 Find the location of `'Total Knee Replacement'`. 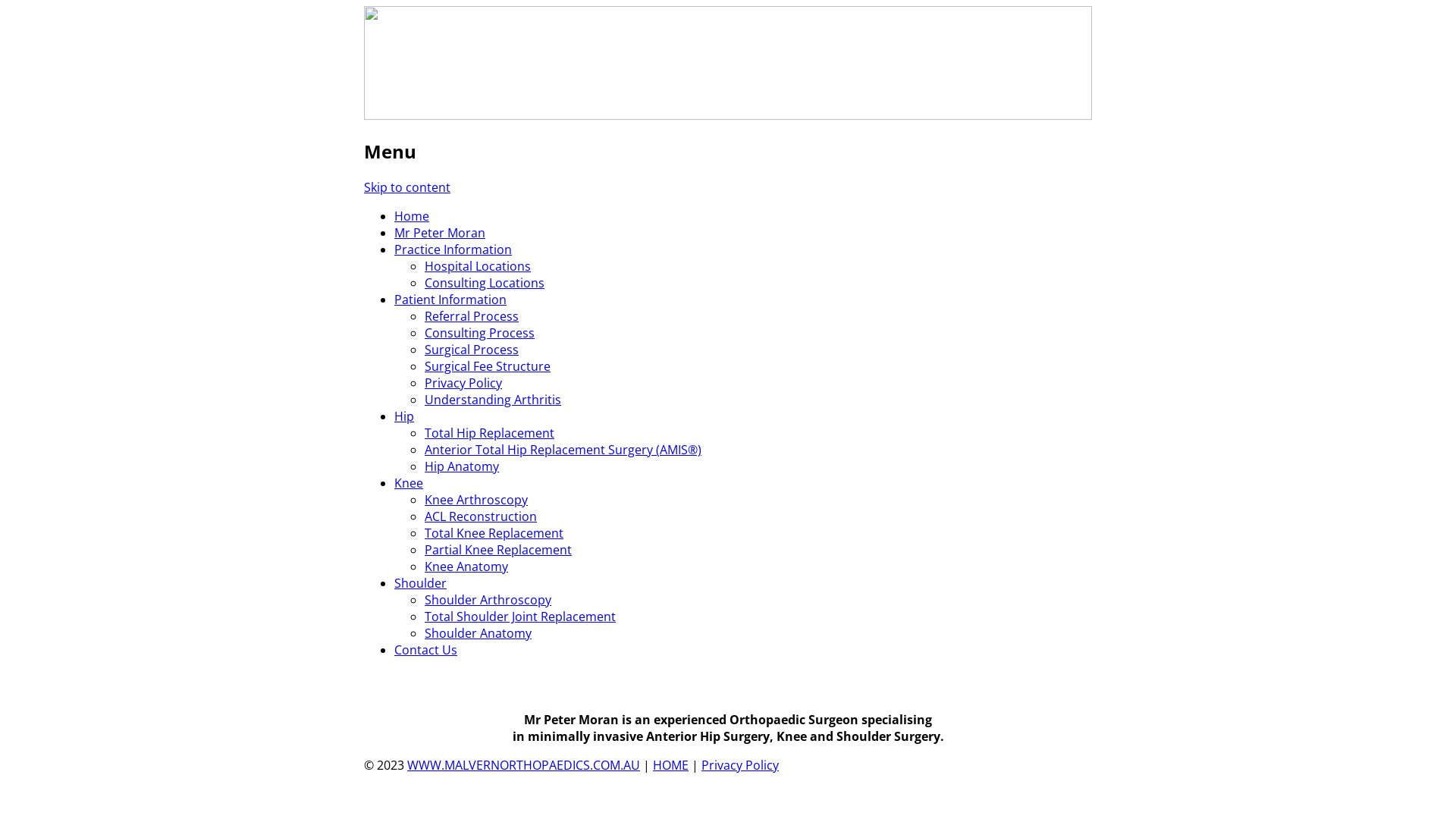

'Total Knee Replacement' is located at coordinates (494, 532).